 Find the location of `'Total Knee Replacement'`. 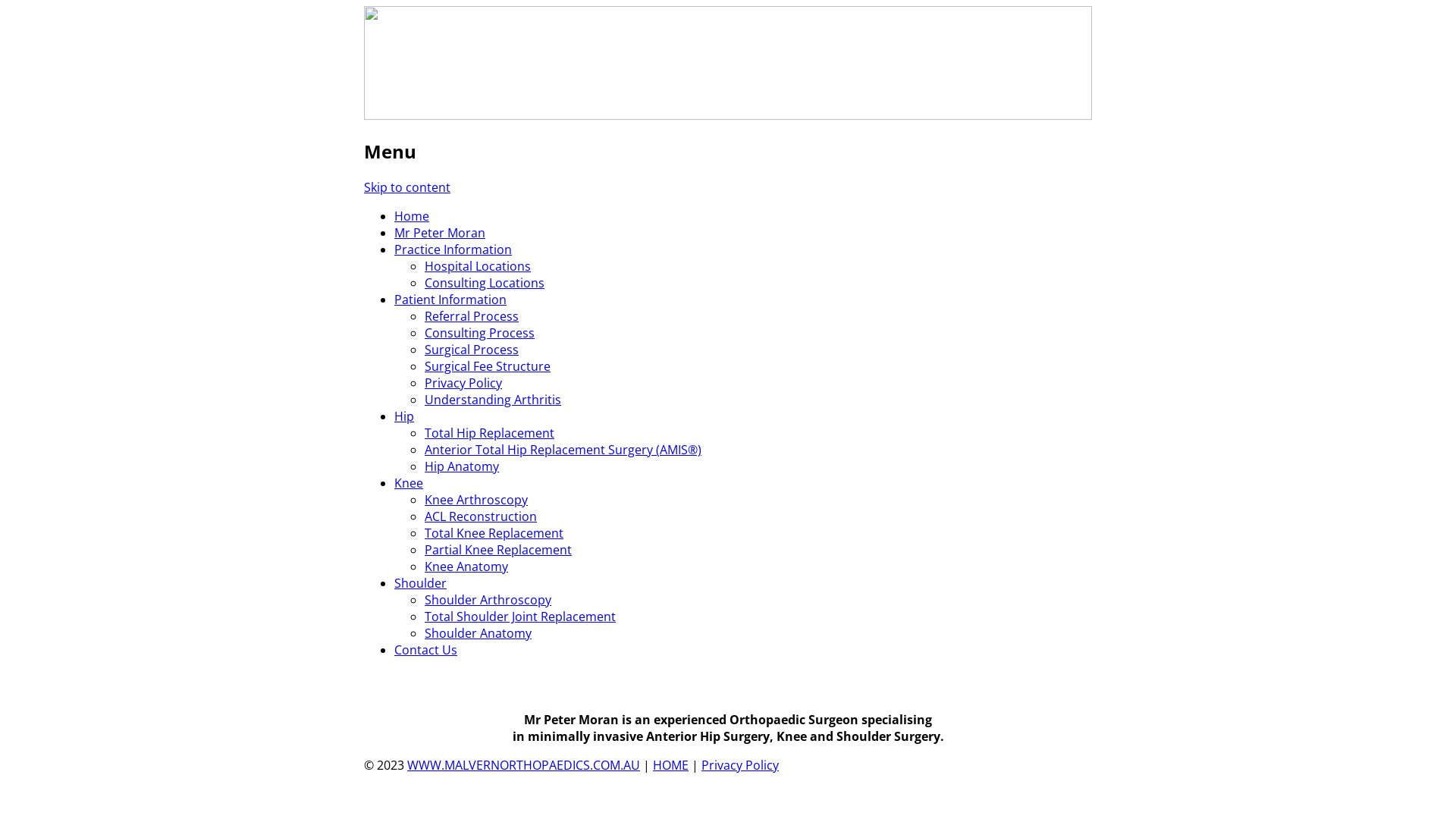

'Total Knee Replacement' is located at coordinates (494, 532).